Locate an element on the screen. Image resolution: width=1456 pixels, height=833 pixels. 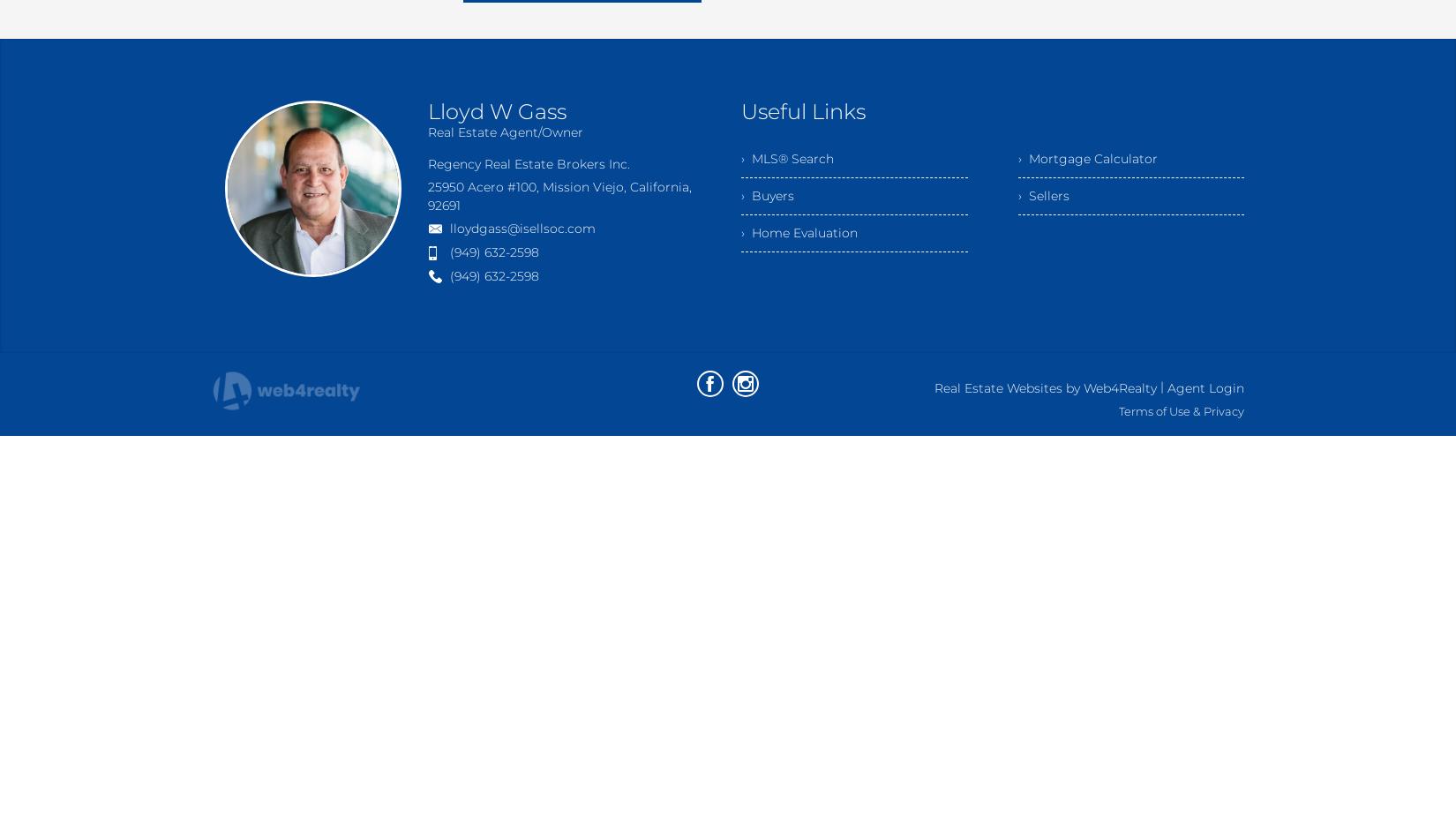
'|' is located at coordinates (1155, 386).